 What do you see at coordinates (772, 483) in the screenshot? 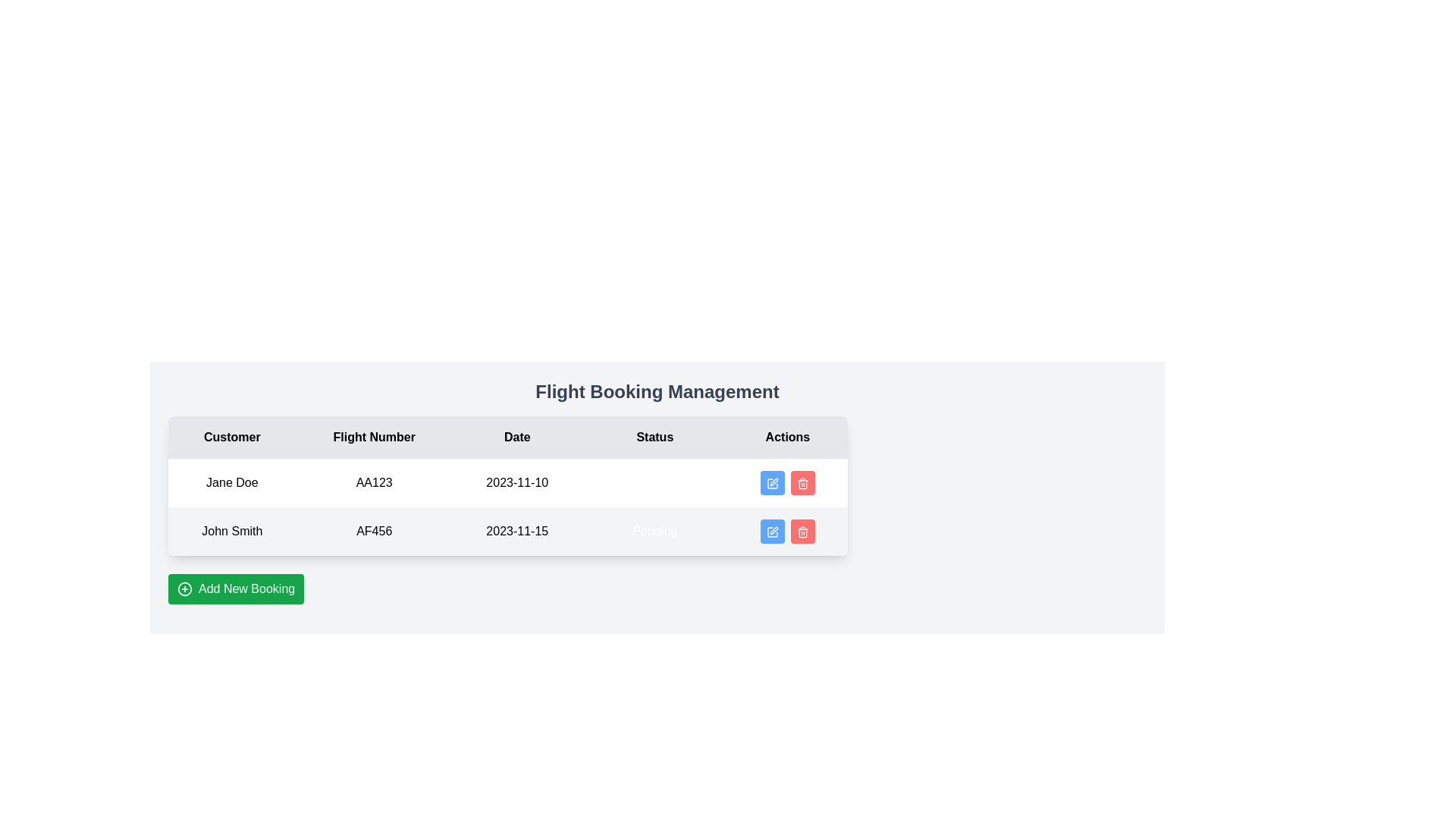
I see `the blue square button containing the pen icon` at bounding box center [772, 483].